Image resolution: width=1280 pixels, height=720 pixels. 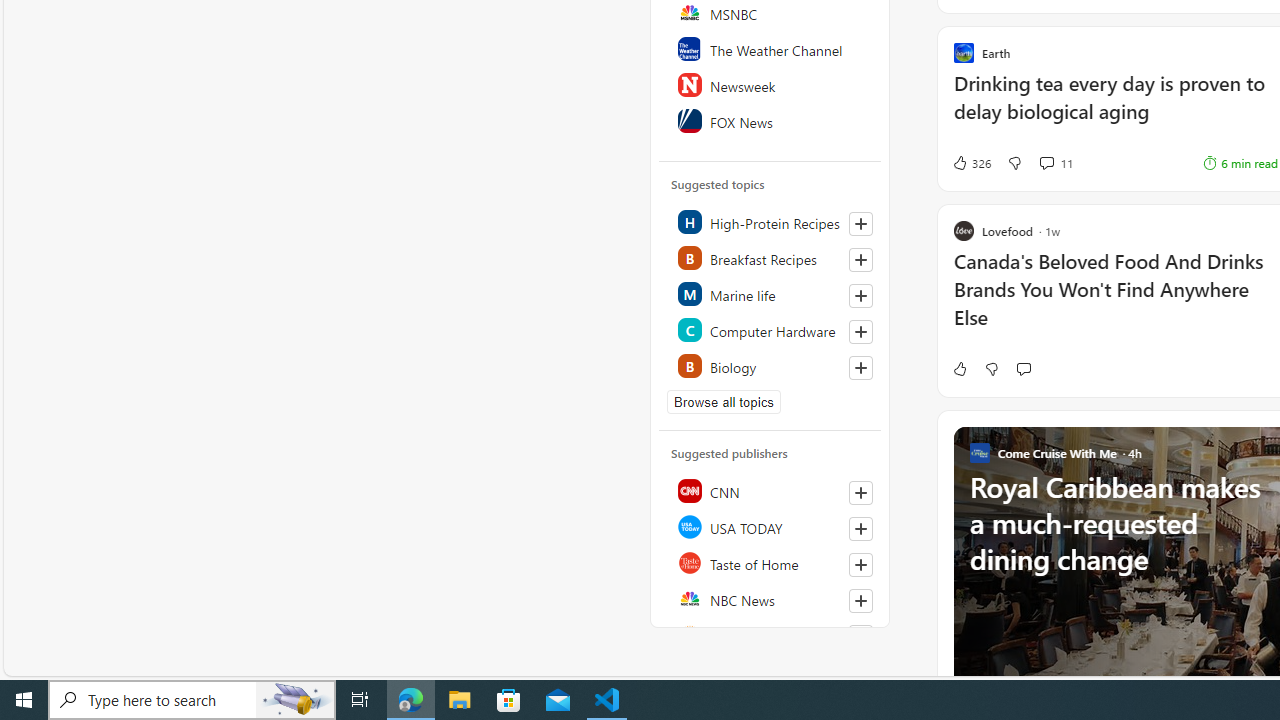 What do you see at coordinates (770, 120) in the screenshot?
I see `'FOX News'` at bounding box center [770, 120].